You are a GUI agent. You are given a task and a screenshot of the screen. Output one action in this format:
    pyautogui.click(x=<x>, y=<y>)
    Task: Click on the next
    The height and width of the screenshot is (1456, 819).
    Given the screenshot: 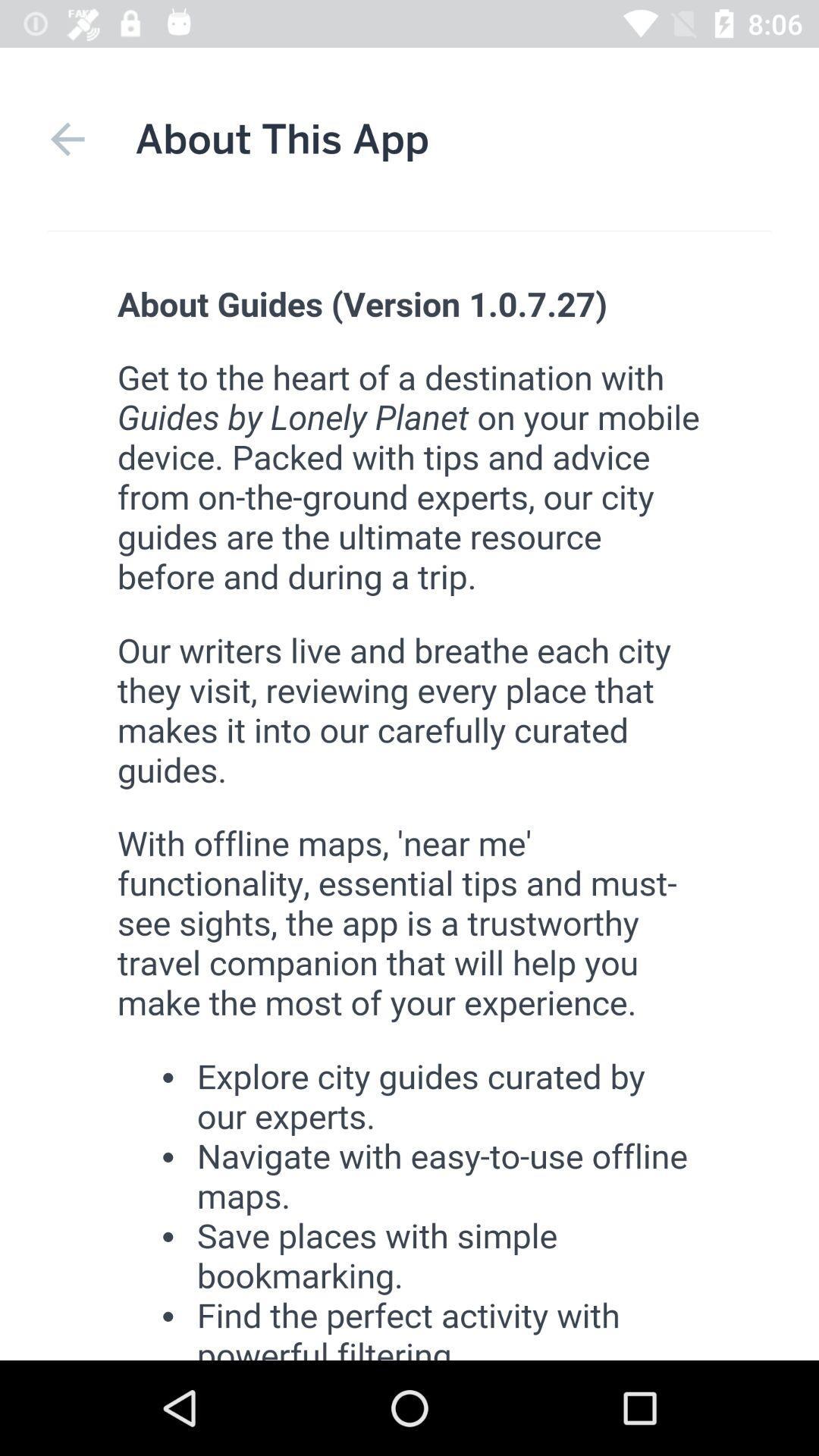 What is the action you would take?
    pyautogui.click(x=67, y=139)
    